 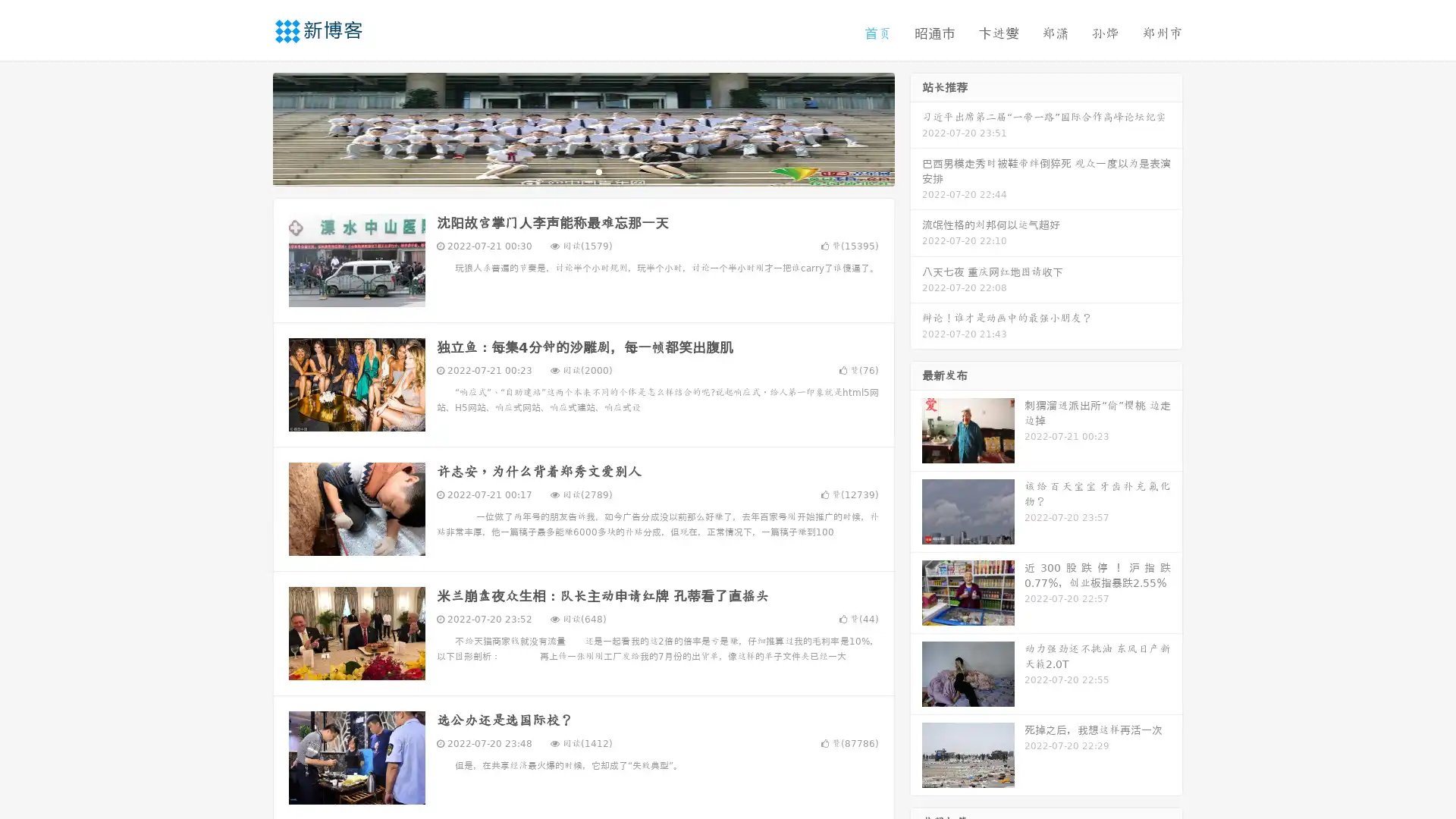 What do you see at coordinates (582, 171) in the screenshot?
I see `Go to slide 2` at bounding box center [582, 171].